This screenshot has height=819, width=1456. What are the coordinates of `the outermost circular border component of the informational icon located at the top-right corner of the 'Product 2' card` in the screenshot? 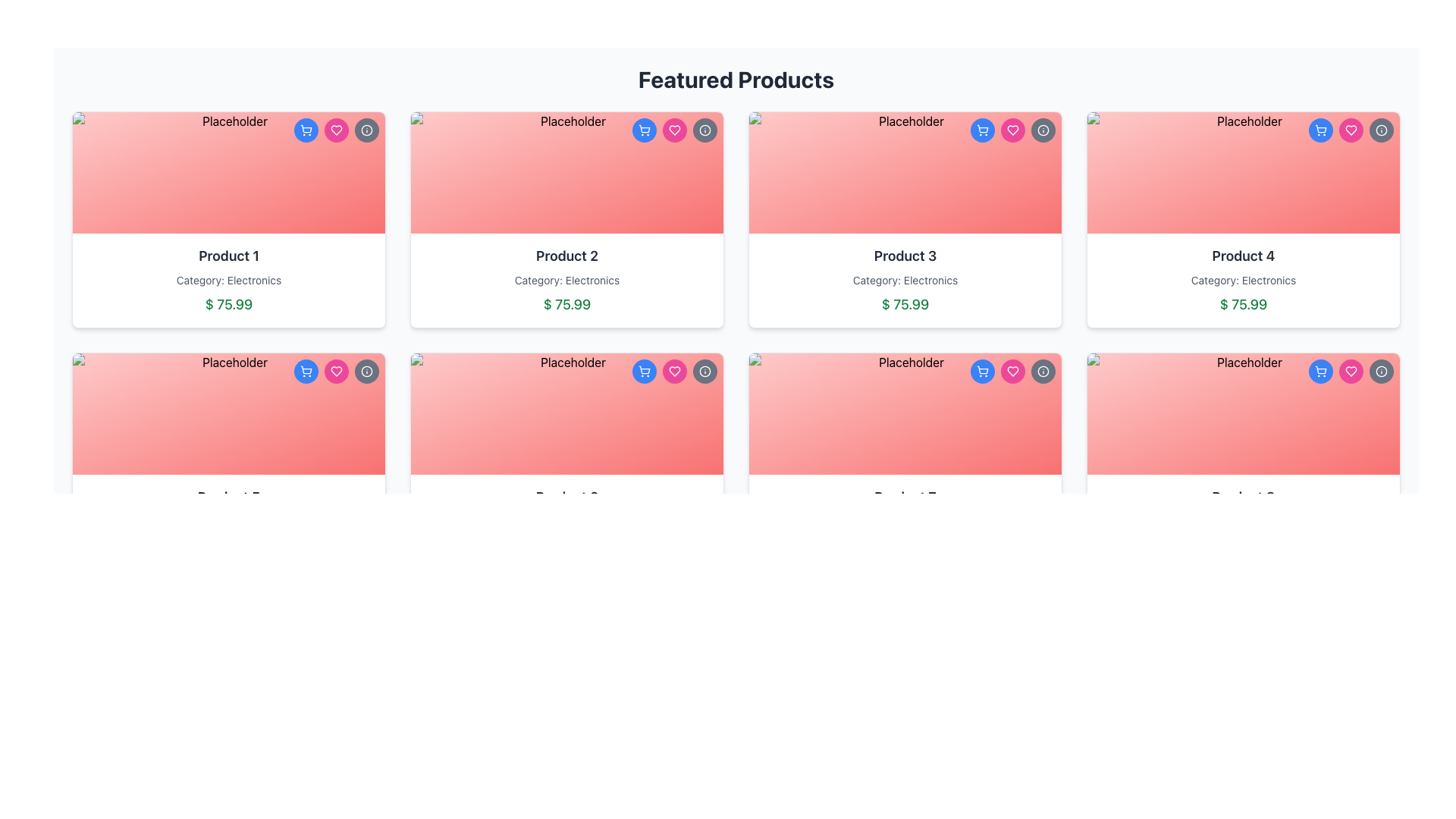 It's located at (704, 371).